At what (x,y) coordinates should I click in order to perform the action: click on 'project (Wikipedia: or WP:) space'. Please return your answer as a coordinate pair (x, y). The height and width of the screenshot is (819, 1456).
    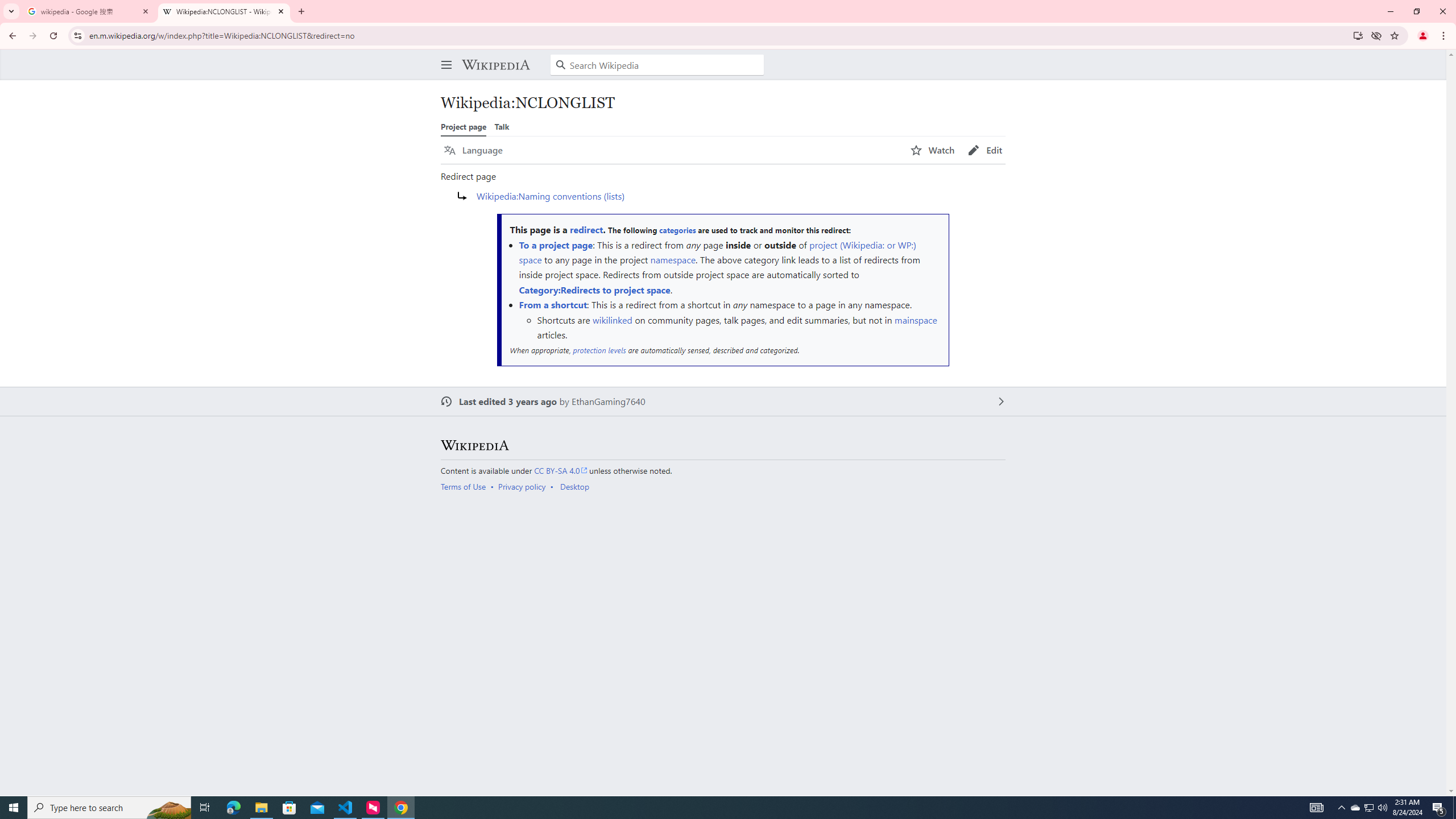
    Looking at the image, I should click on (716, 251).